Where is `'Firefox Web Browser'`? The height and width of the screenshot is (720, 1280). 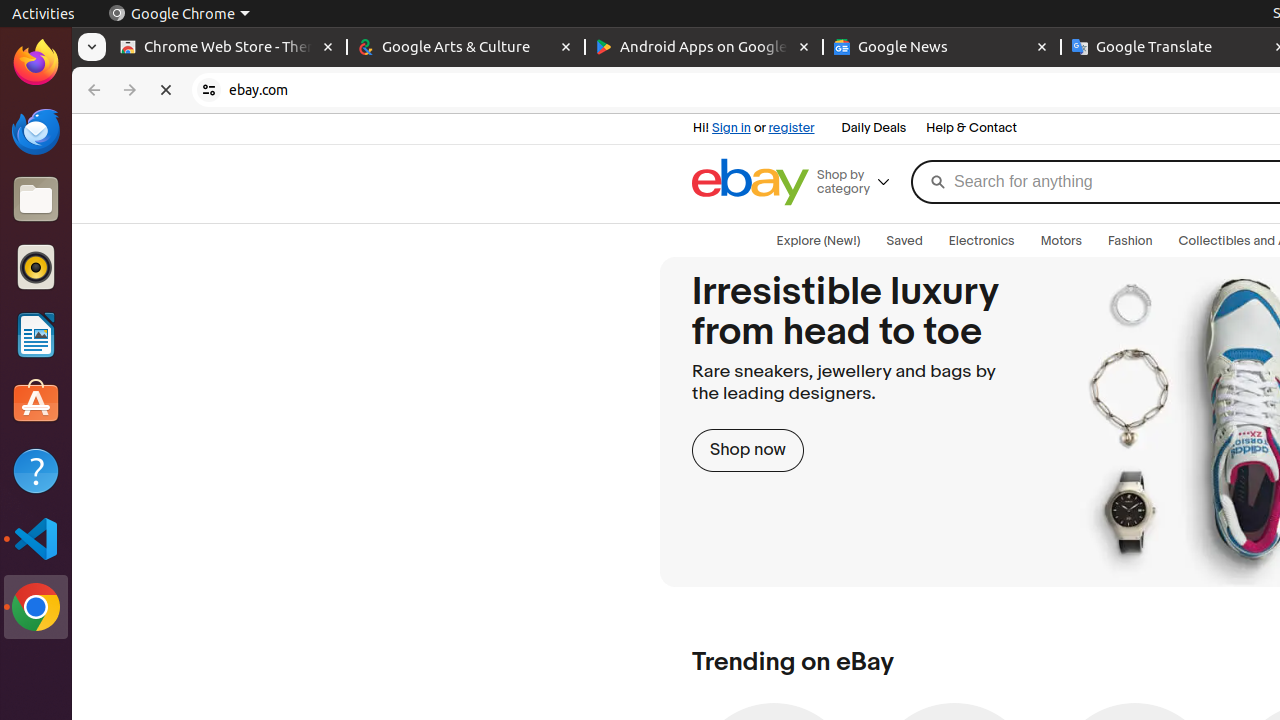
'Firefox Web Browser' is located at coordinates (35, 61).